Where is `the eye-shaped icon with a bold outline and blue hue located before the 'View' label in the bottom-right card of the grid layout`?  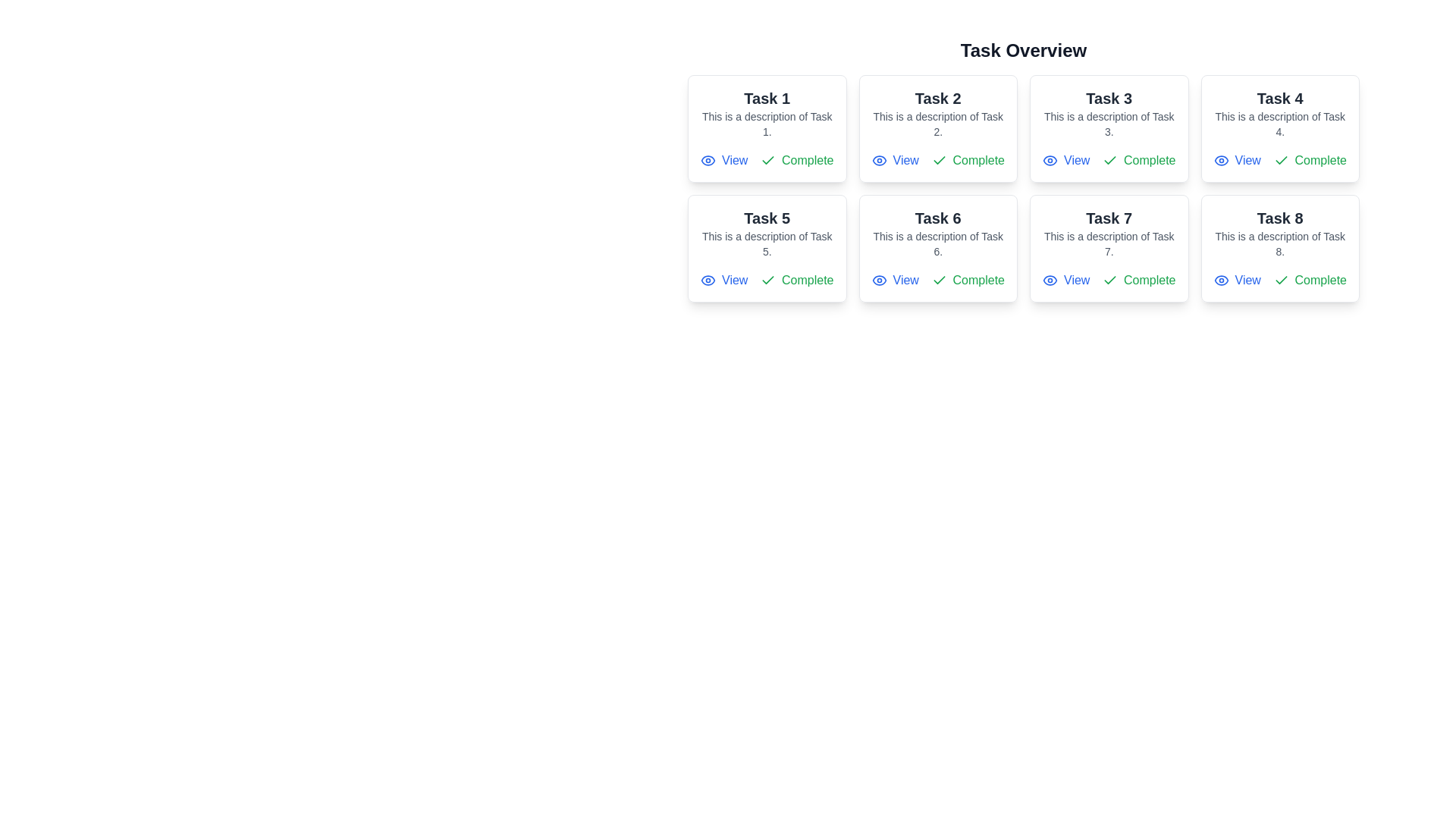
the eye-shaped icon with a bold outline and blue hue located before the 'View' label in the bottom-right card of the grid layout is located at coordinates (1221, 281).